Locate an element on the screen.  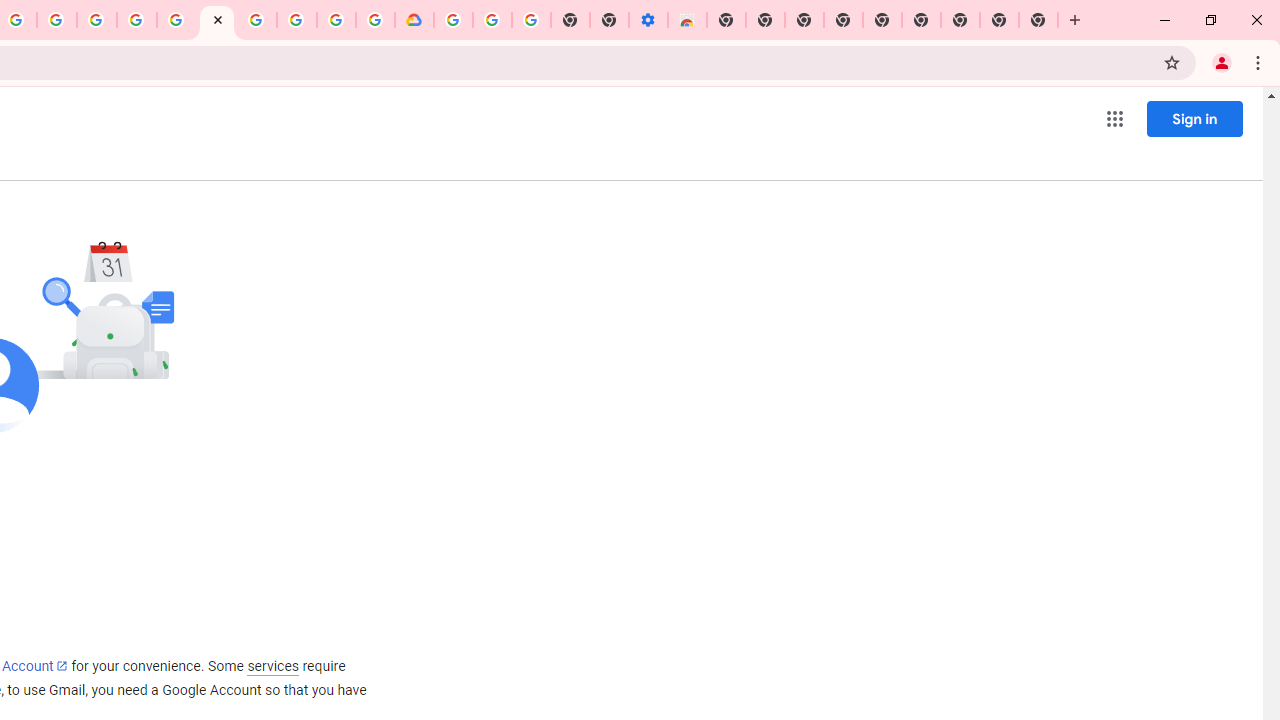
'services' is located at coordinates (272, 666).